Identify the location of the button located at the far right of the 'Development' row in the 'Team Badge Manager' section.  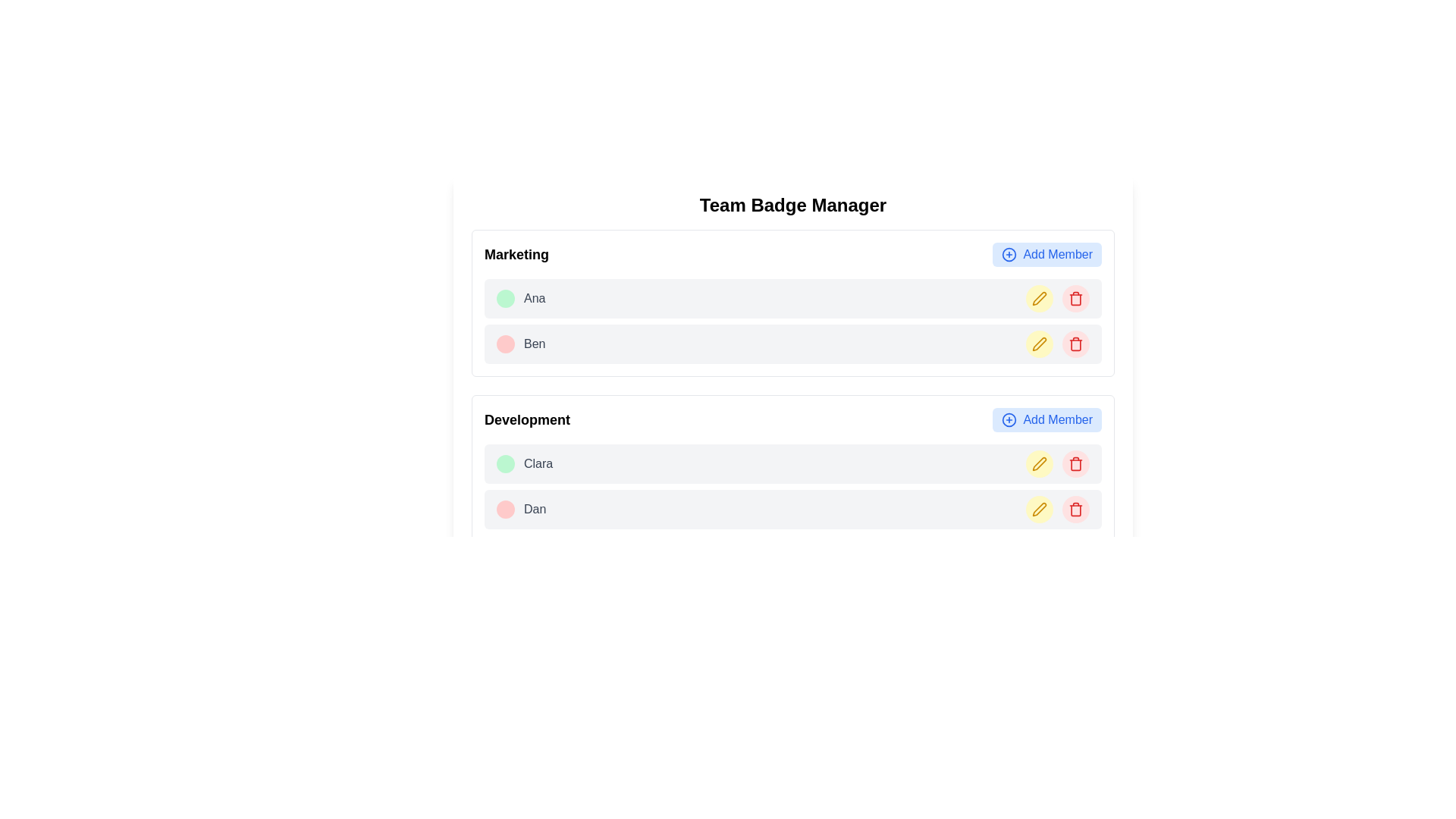
(1046, 420).